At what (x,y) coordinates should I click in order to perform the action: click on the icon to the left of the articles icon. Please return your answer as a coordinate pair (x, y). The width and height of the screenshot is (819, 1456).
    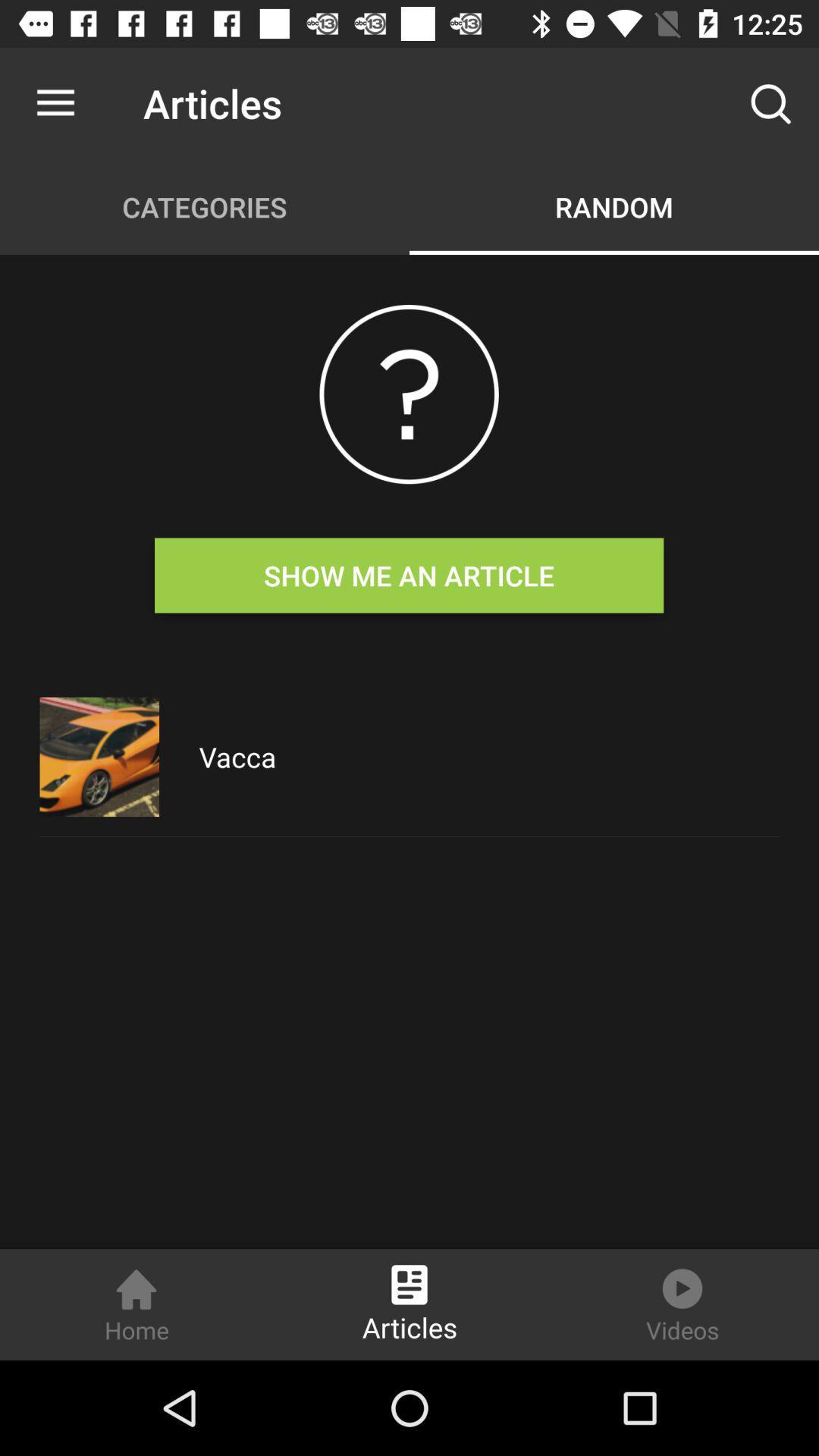
    Looking at the image, I should click on (55, 102).